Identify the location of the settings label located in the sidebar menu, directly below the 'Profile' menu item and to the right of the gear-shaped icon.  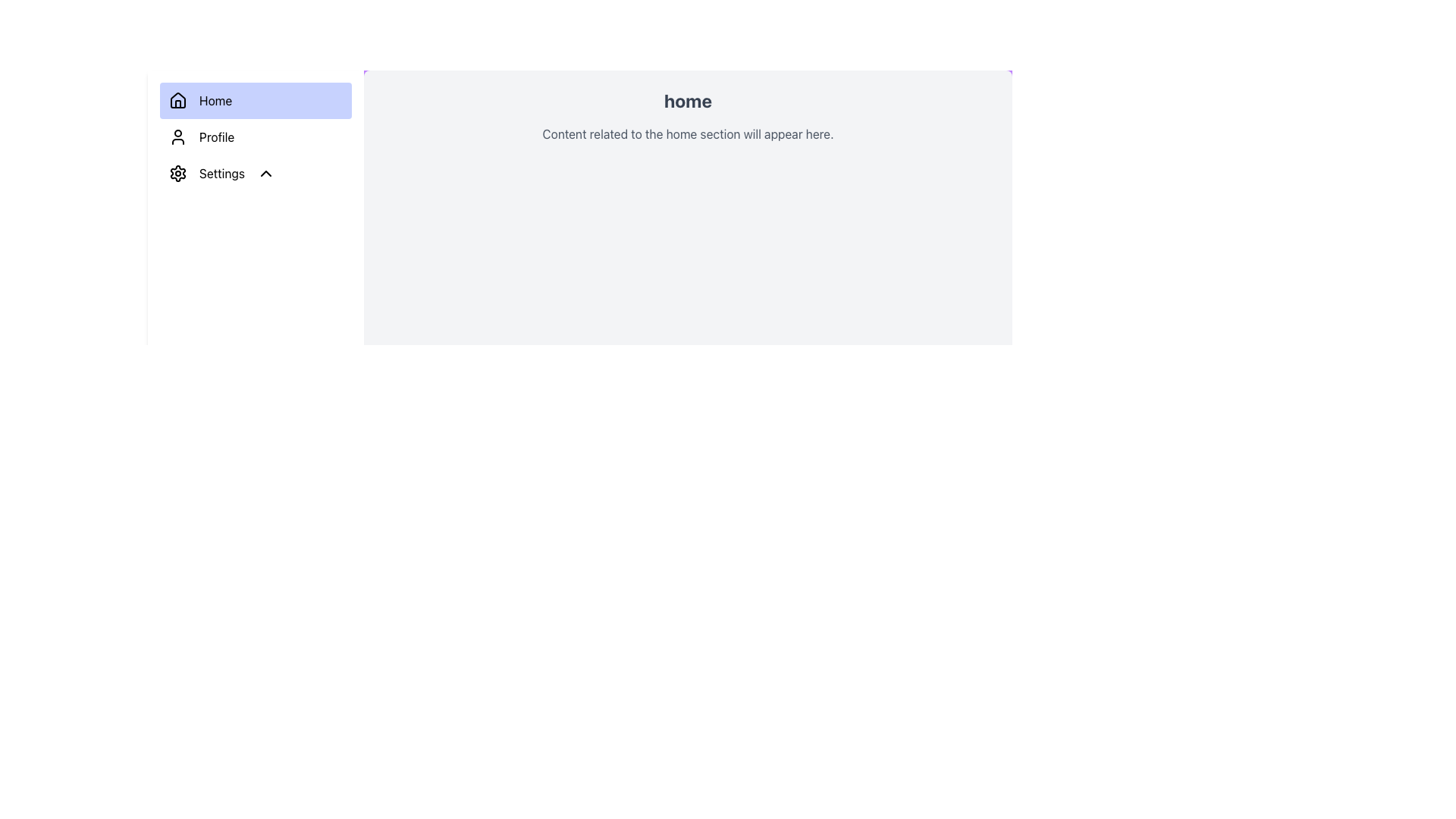
(221, 172).